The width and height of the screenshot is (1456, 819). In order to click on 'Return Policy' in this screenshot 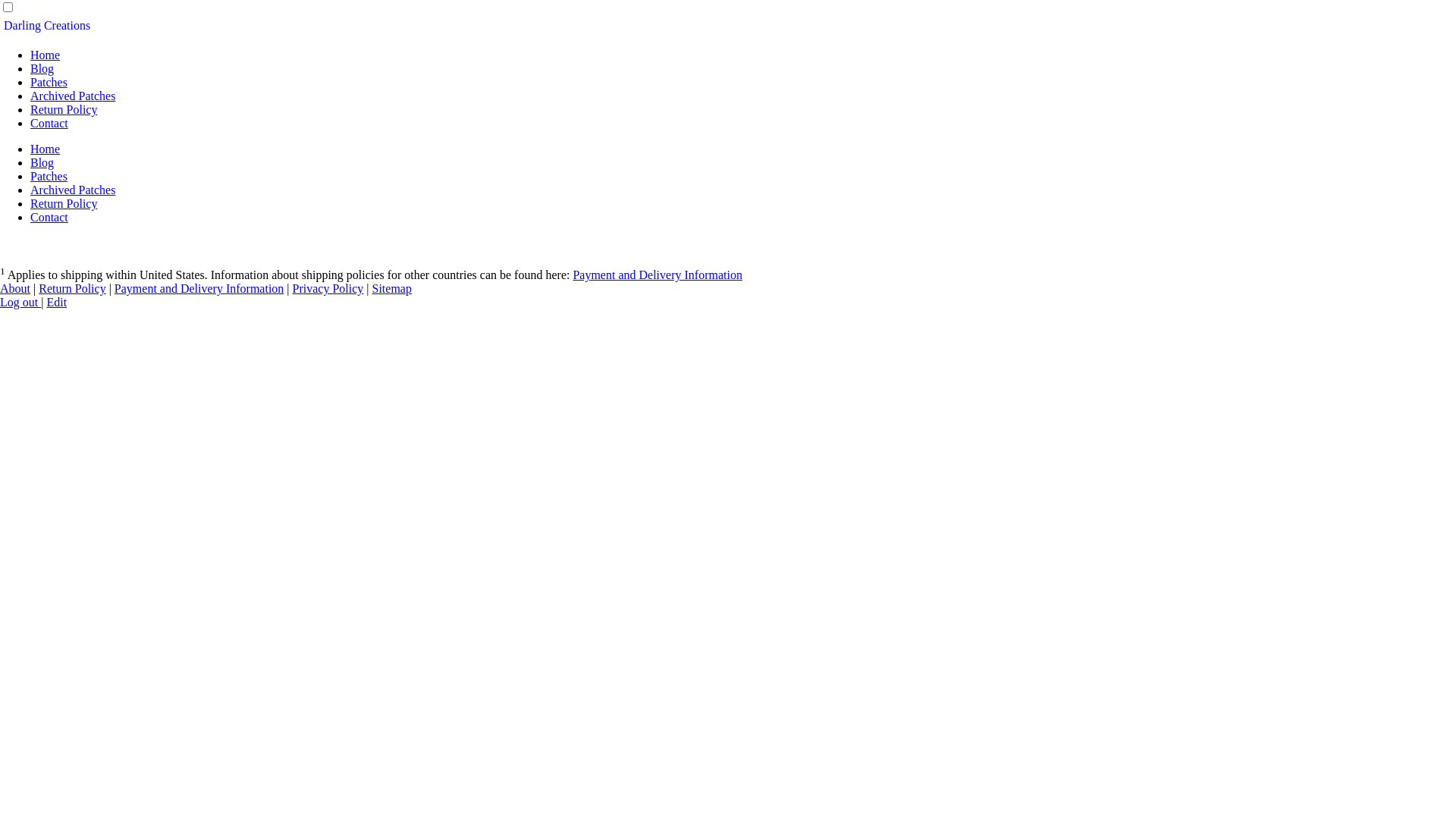, I will do `click(62, 108)`.